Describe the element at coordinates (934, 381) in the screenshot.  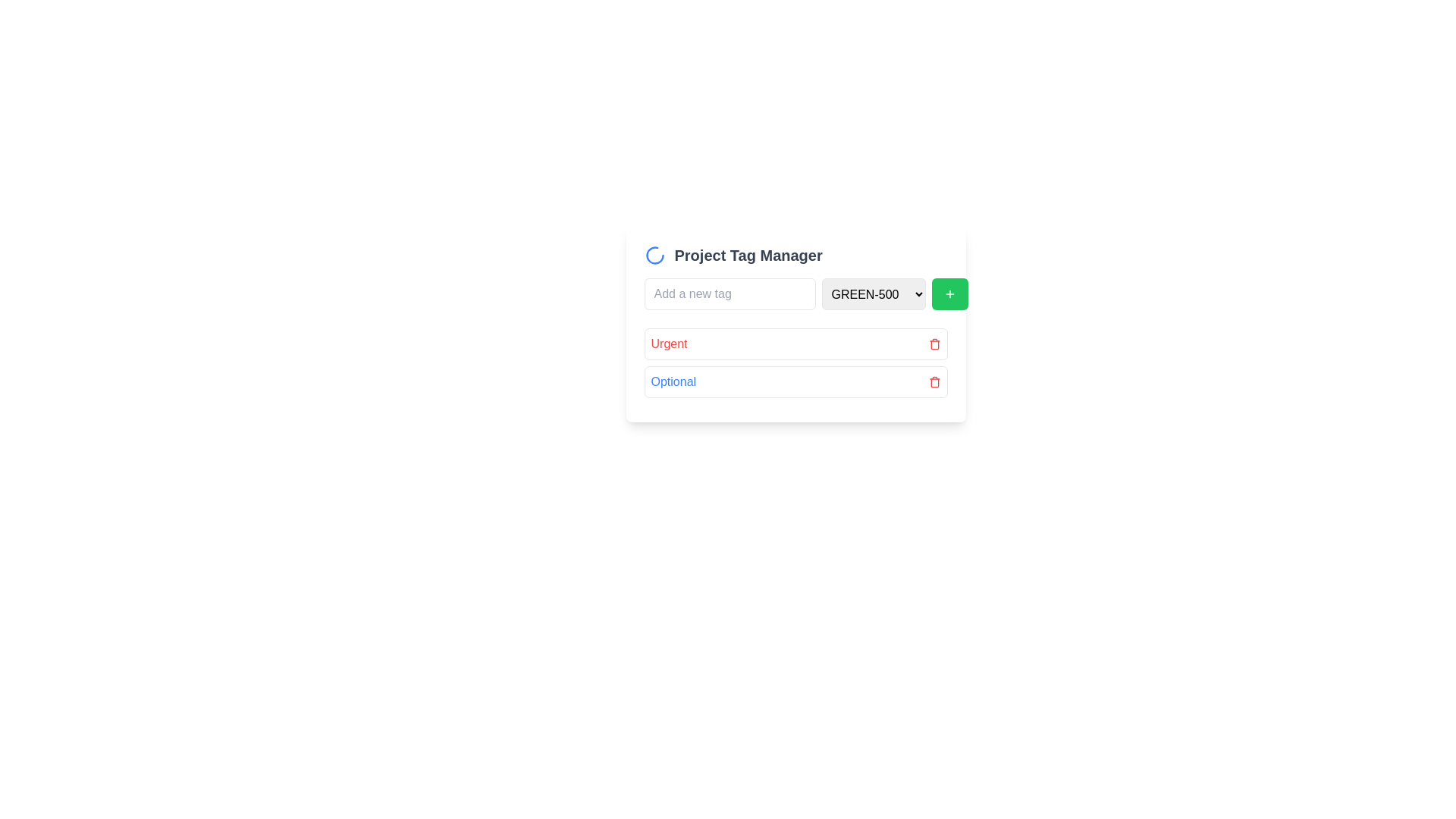
I see `the red trash icon button, which is located at the right end of the 'Optional' label in the 'Project Tag Manager' section, to receive interaction feedback` at that location.